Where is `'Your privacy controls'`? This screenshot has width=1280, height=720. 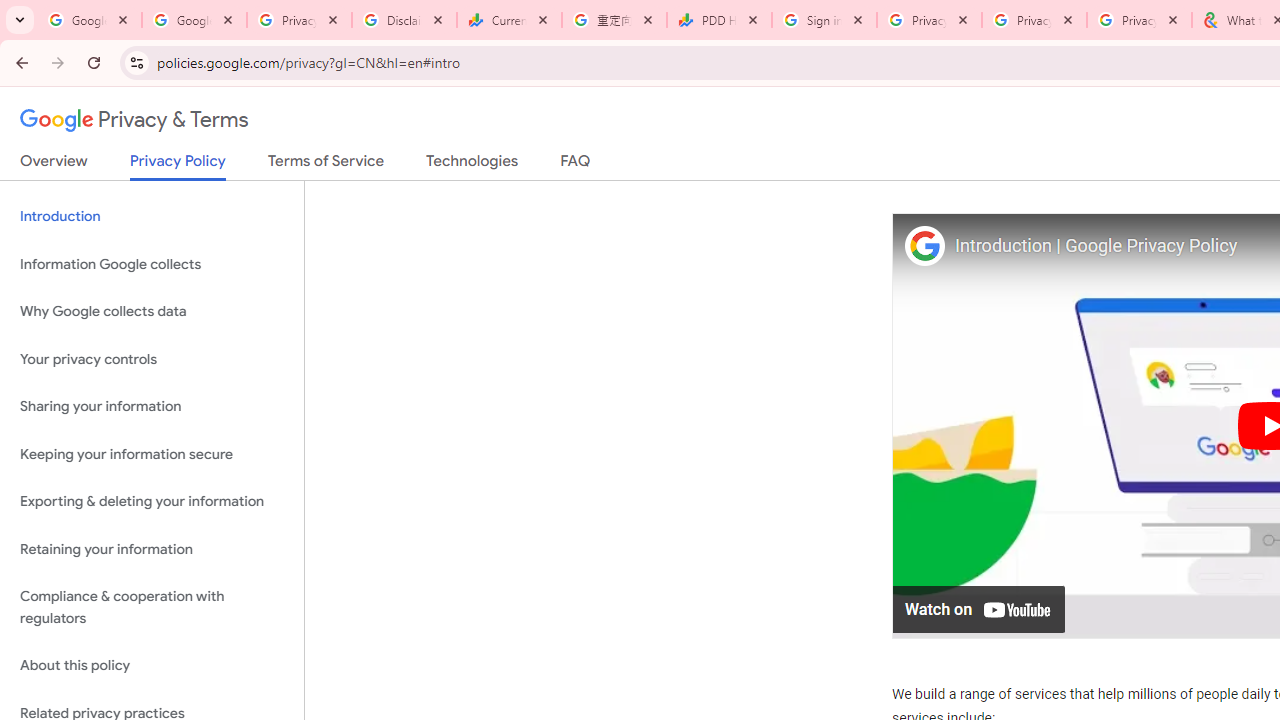
'Your privacy controls' is located at coordinates (151, 358).